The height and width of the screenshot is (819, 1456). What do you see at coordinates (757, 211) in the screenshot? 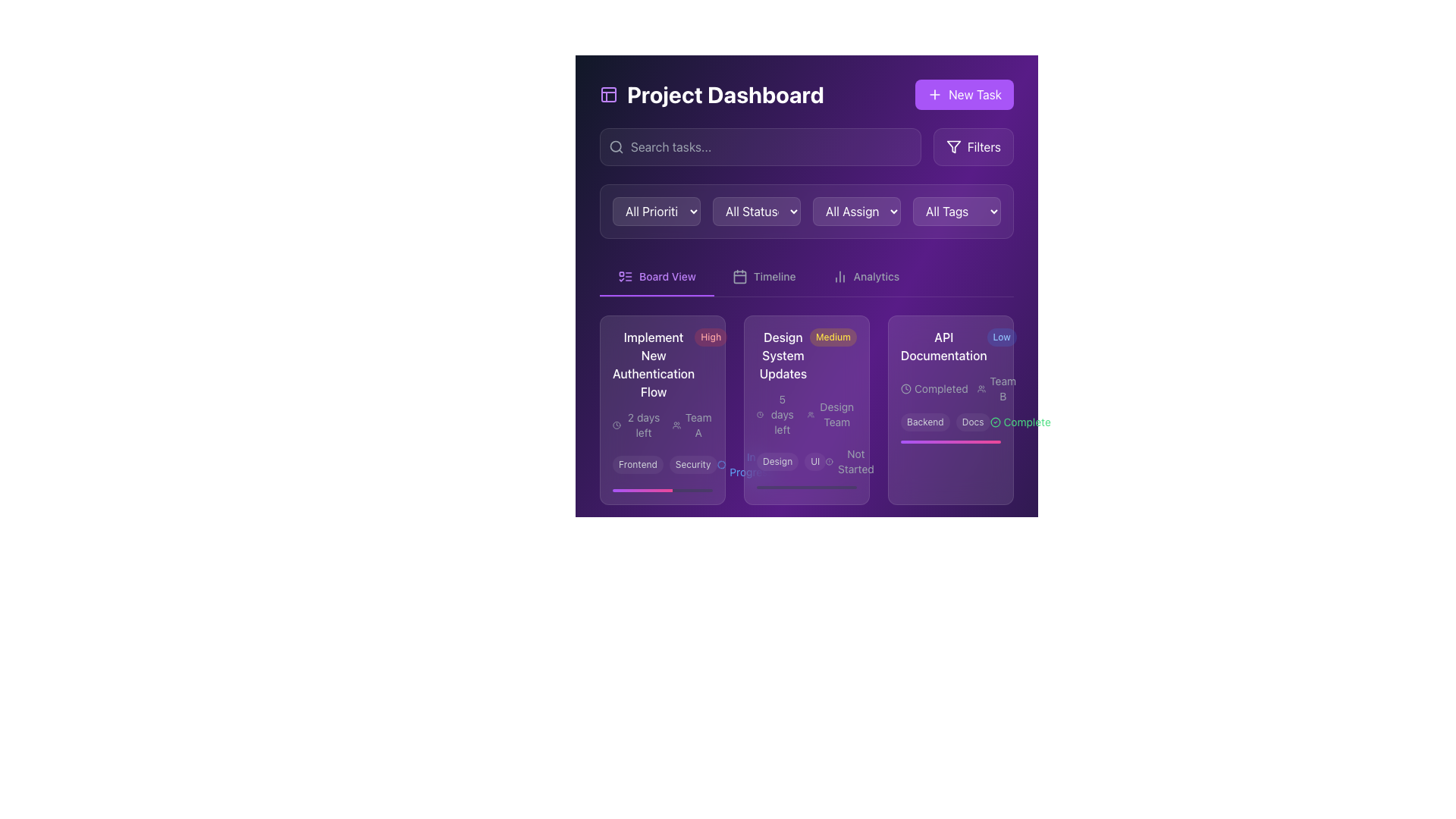
I see `the 'All Status' dropdown toggle button` at bounding box center [757, 211].